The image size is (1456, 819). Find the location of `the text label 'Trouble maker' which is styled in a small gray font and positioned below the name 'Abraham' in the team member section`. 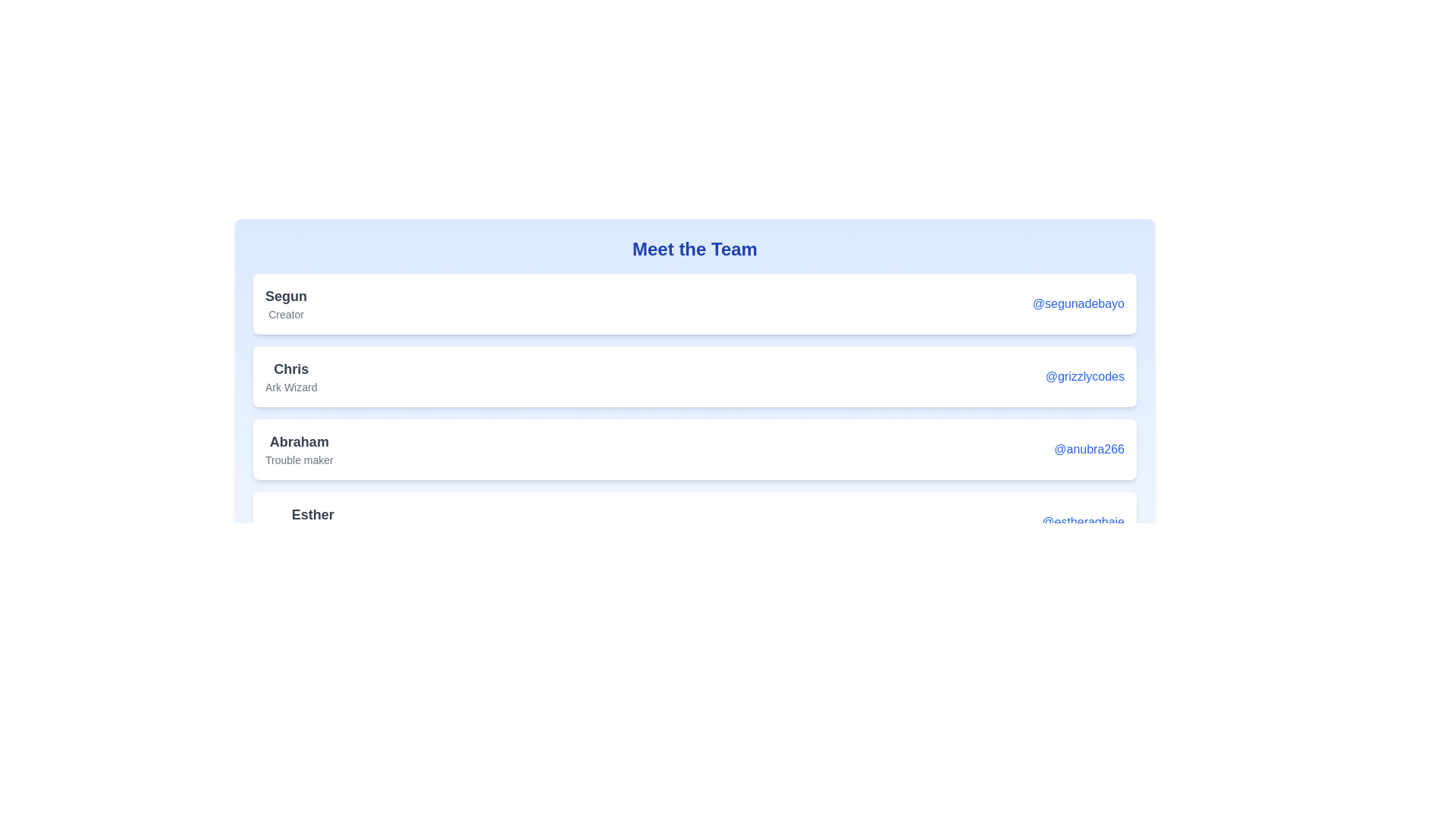

the text label 'Trouble maker' which is styled in a small gray font and positioned below the name 'Abraham' in the team member section is located at coordinates (299, 459).